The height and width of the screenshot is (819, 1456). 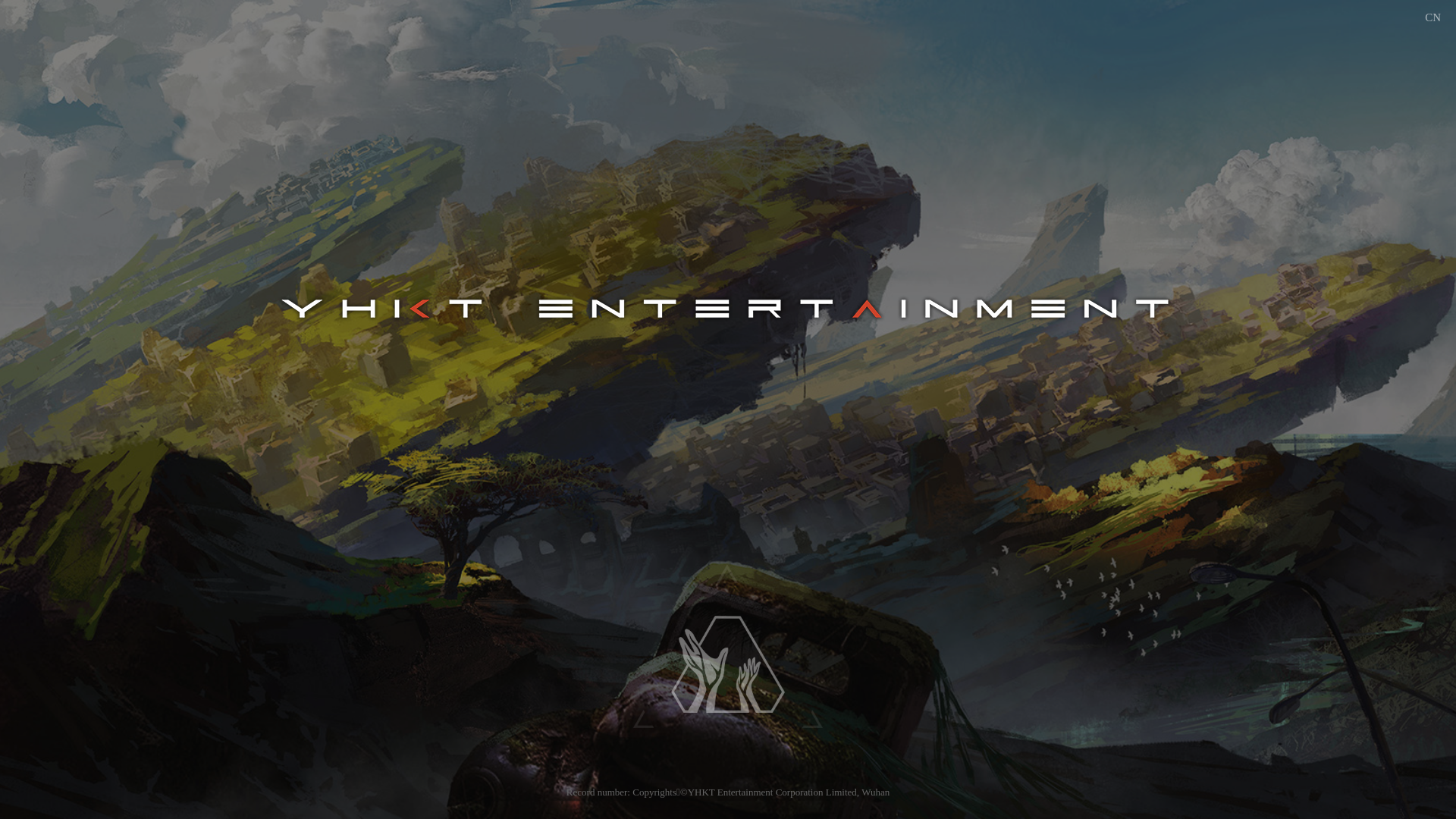 What do you see at coordinates (1432, 17) in the screenshot?
I see `'CN'` at bounding box center [1432, 17].